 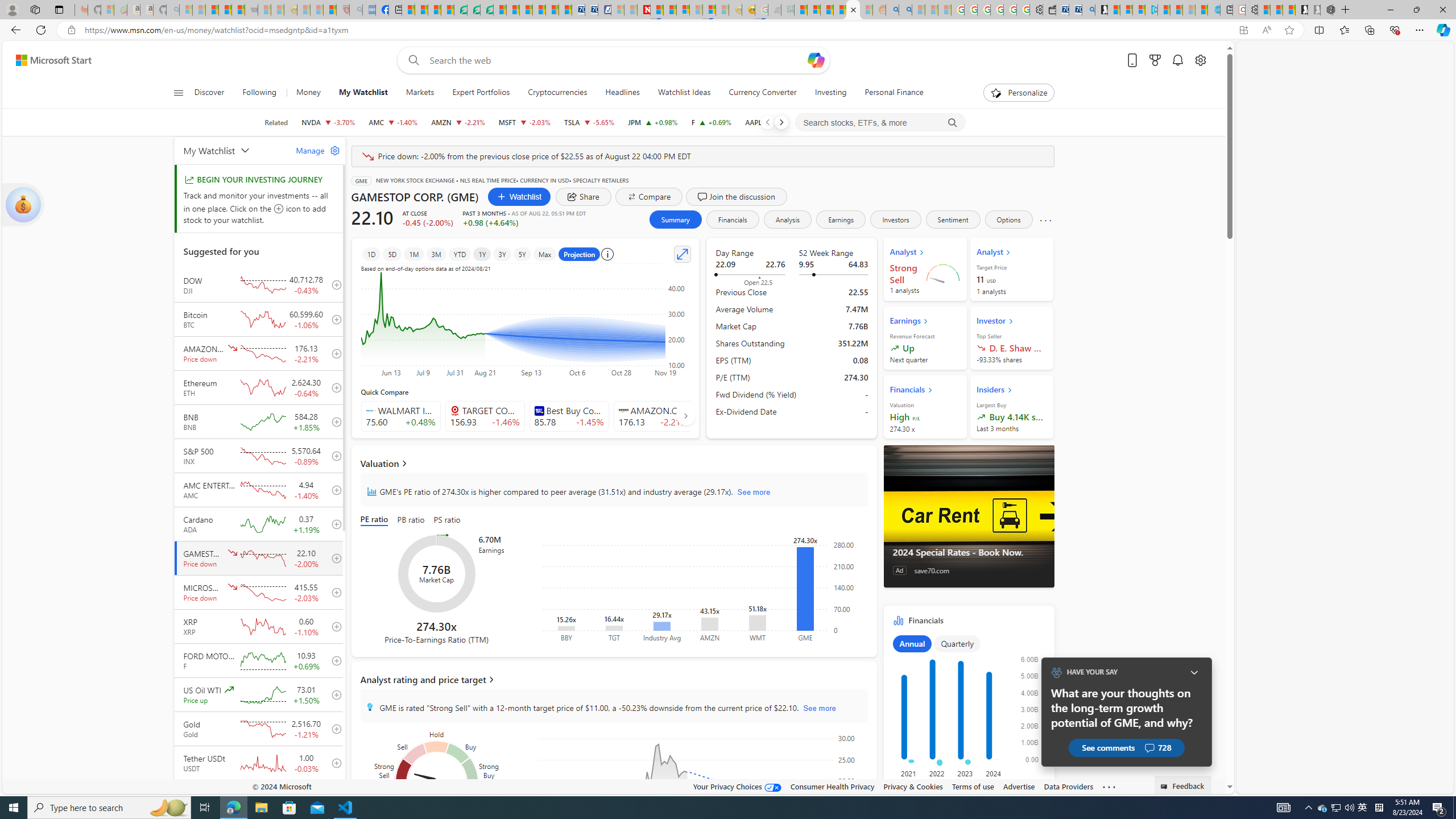 What do you see at coordinates (447, 520) in the screenshot?
I see `'PS ratio'` at bounding box center [447, 520].